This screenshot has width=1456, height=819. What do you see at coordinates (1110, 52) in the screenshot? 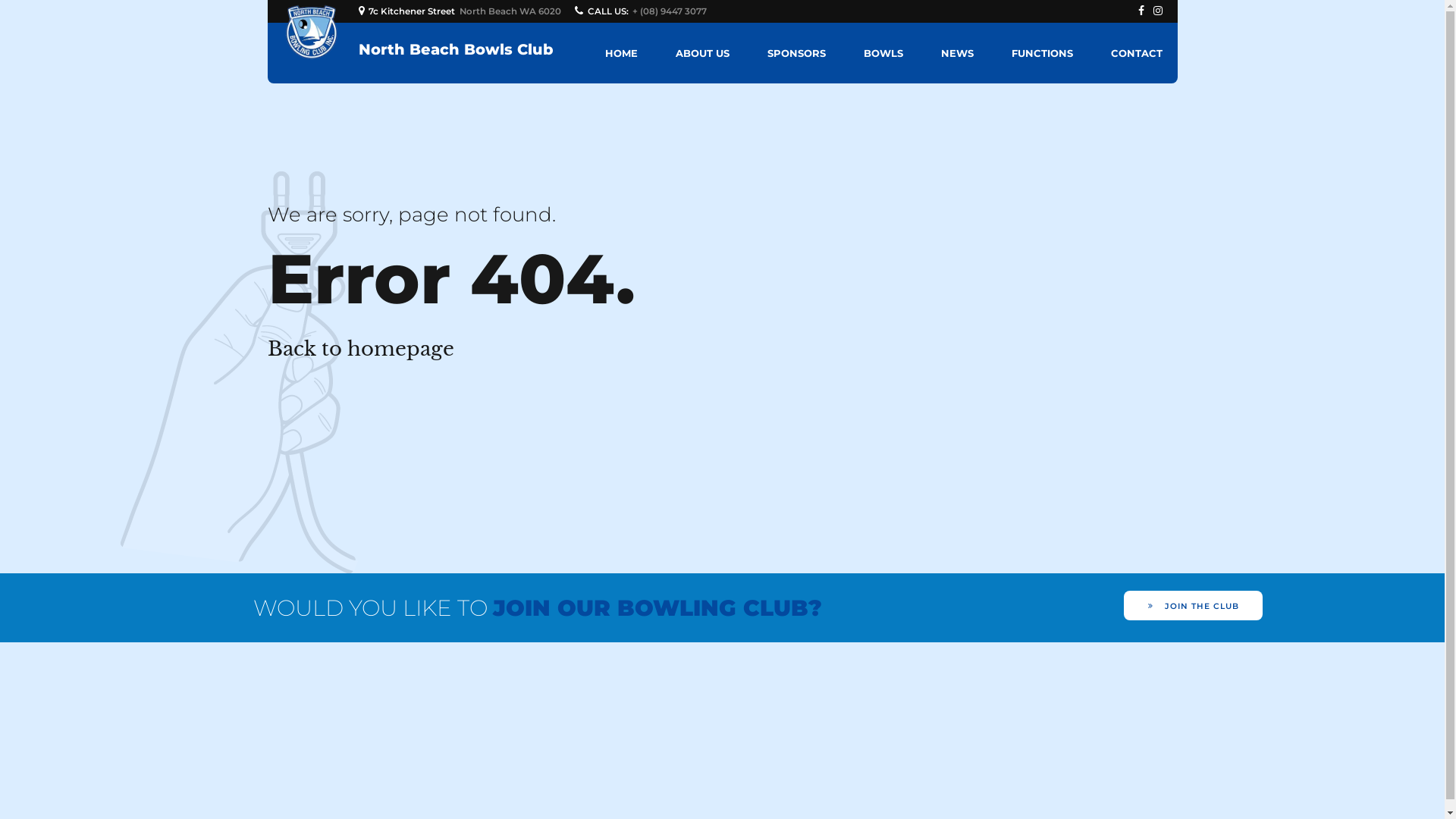
I see `'CONTACT'` at bounding box center [1110, 52].